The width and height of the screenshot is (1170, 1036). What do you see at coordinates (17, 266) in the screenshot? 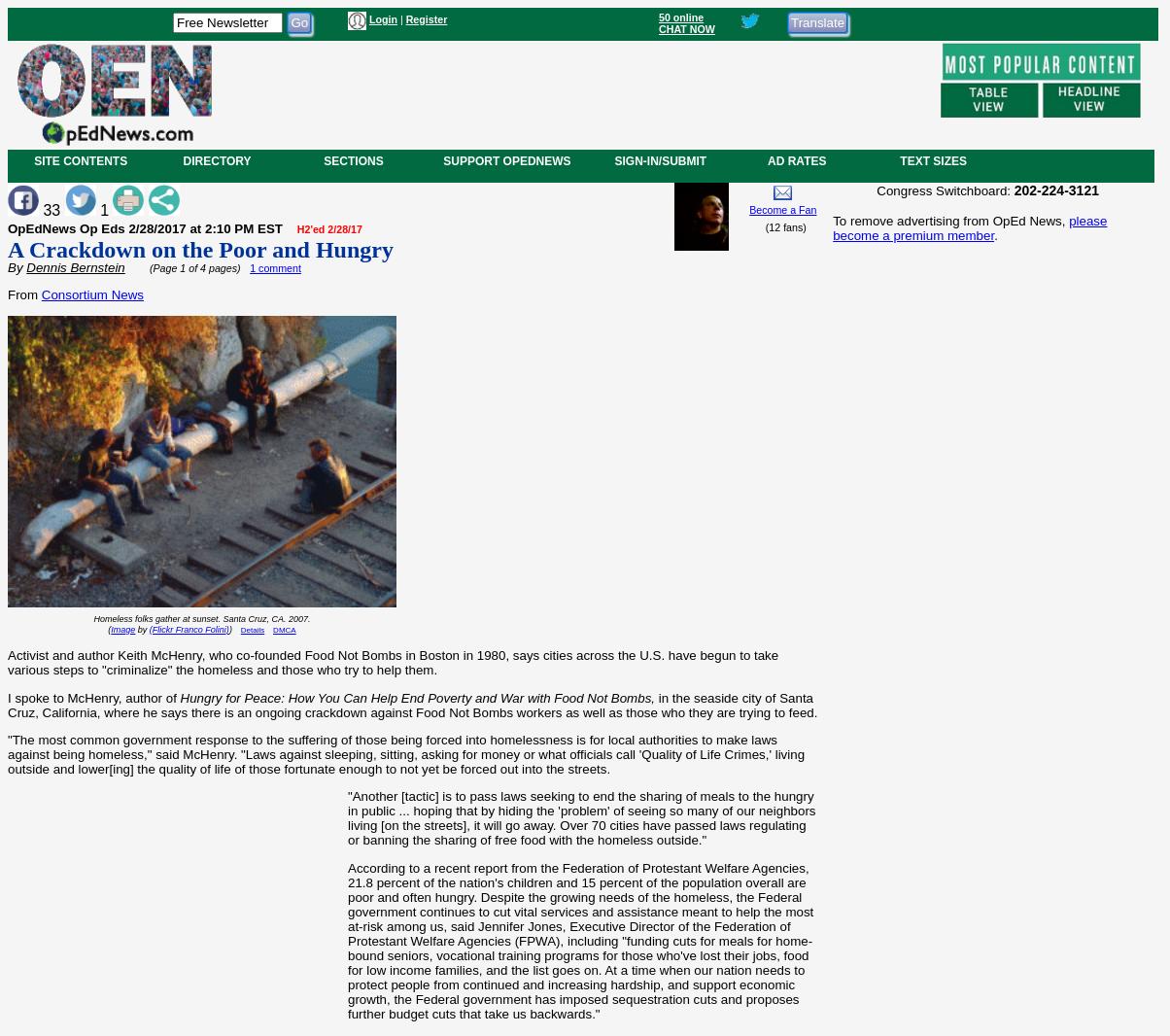
I see `'By'` at bounding box center [17, 266].